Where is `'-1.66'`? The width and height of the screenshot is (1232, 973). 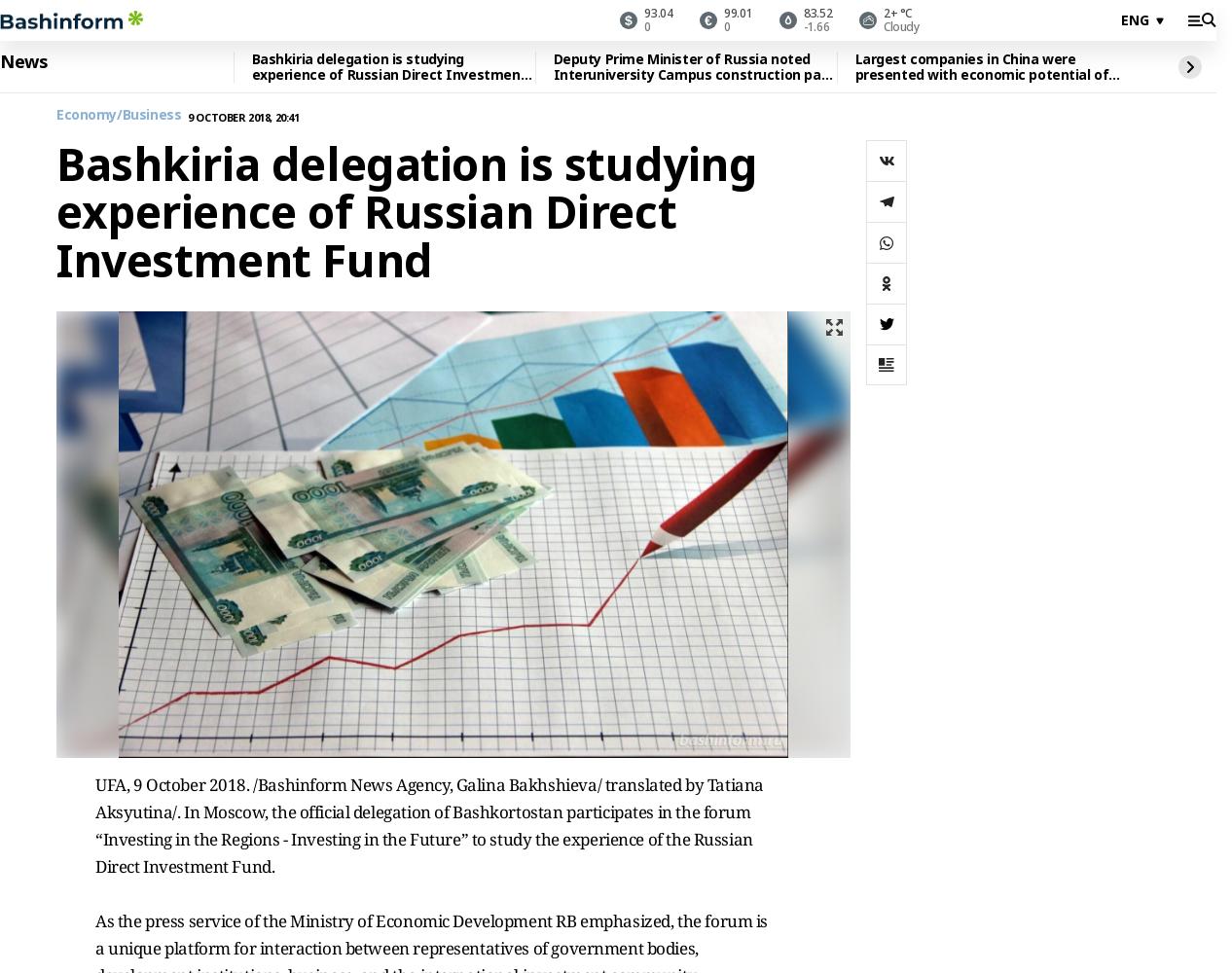
'-1.66' is located at coordinates (815, 26).